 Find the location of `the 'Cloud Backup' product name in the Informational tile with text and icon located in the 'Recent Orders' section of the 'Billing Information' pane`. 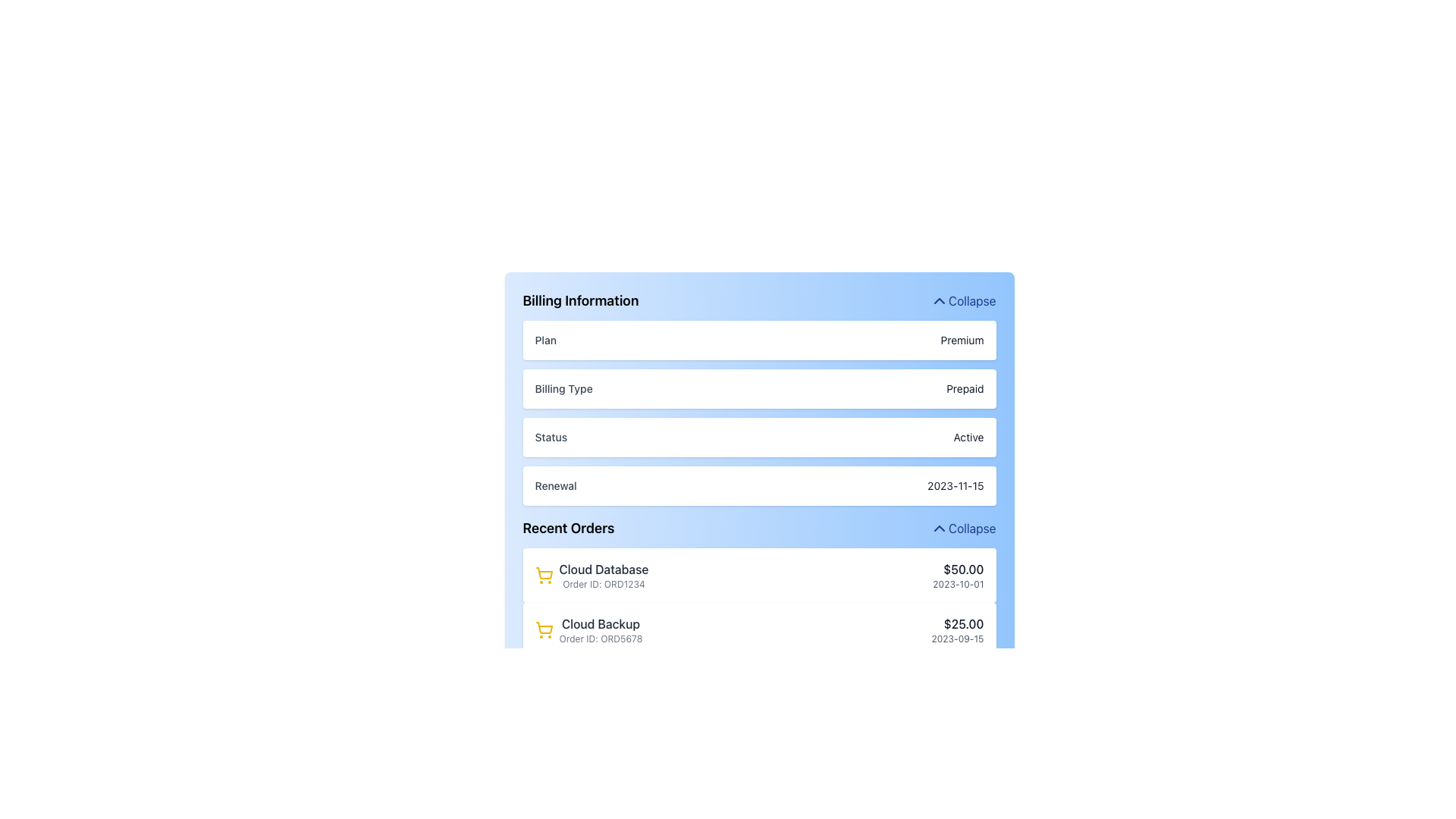

the 'Cloud Backup' product name in the Informational tile with text and icon located in the 'Recent Orders' section of the 'Billing Information' pane is located at coordinates (588, 629).